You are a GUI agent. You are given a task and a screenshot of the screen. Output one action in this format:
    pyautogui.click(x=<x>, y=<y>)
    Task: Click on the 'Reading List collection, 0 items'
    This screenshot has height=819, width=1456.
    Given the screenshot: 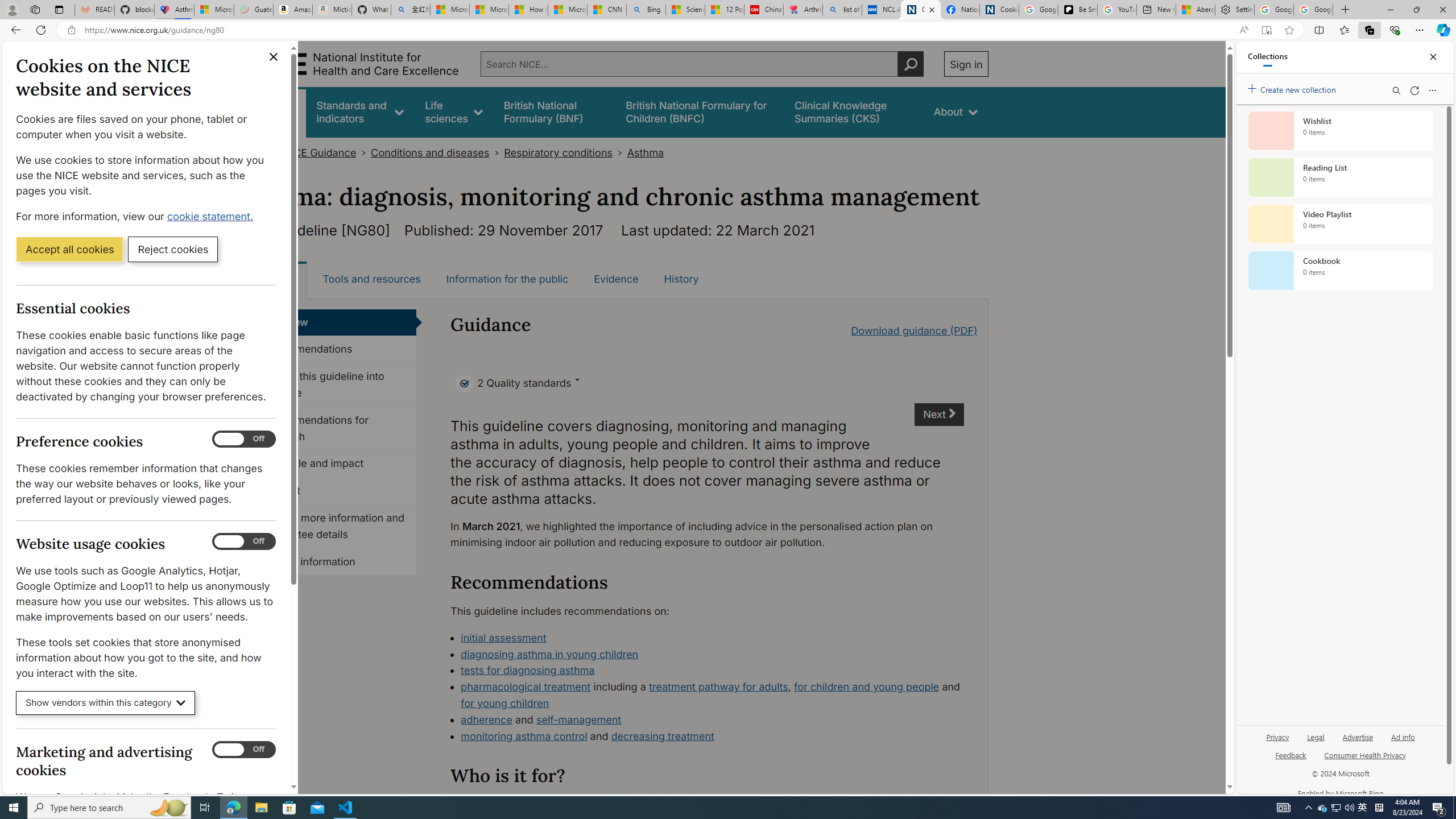 What is the action you would take?
    pyautogui.click(x=1340, y=176)
    